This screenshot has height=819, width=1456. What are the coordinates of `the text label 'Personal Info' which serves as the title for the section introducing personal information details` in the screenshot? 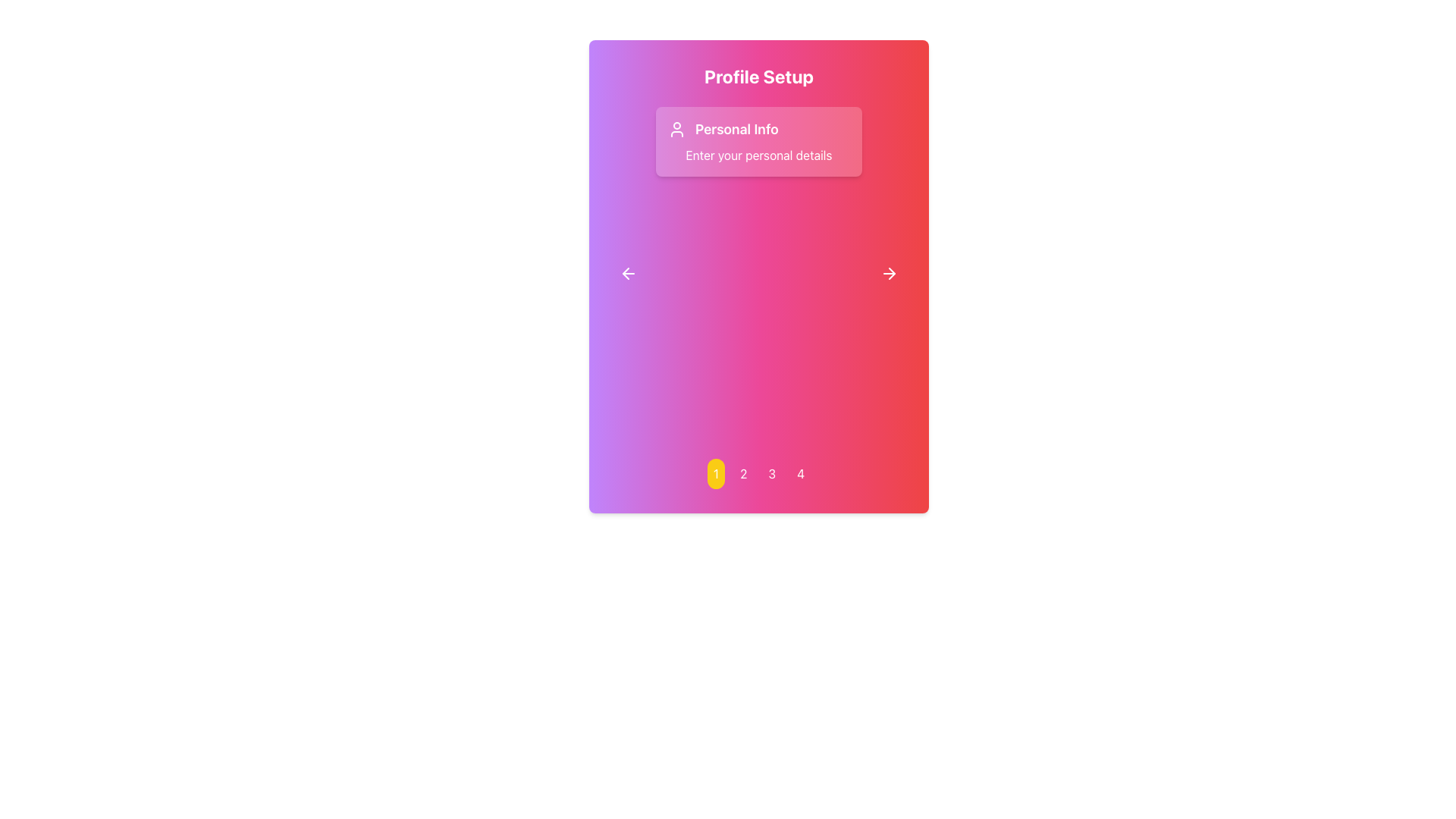 It's located at (736, 128).